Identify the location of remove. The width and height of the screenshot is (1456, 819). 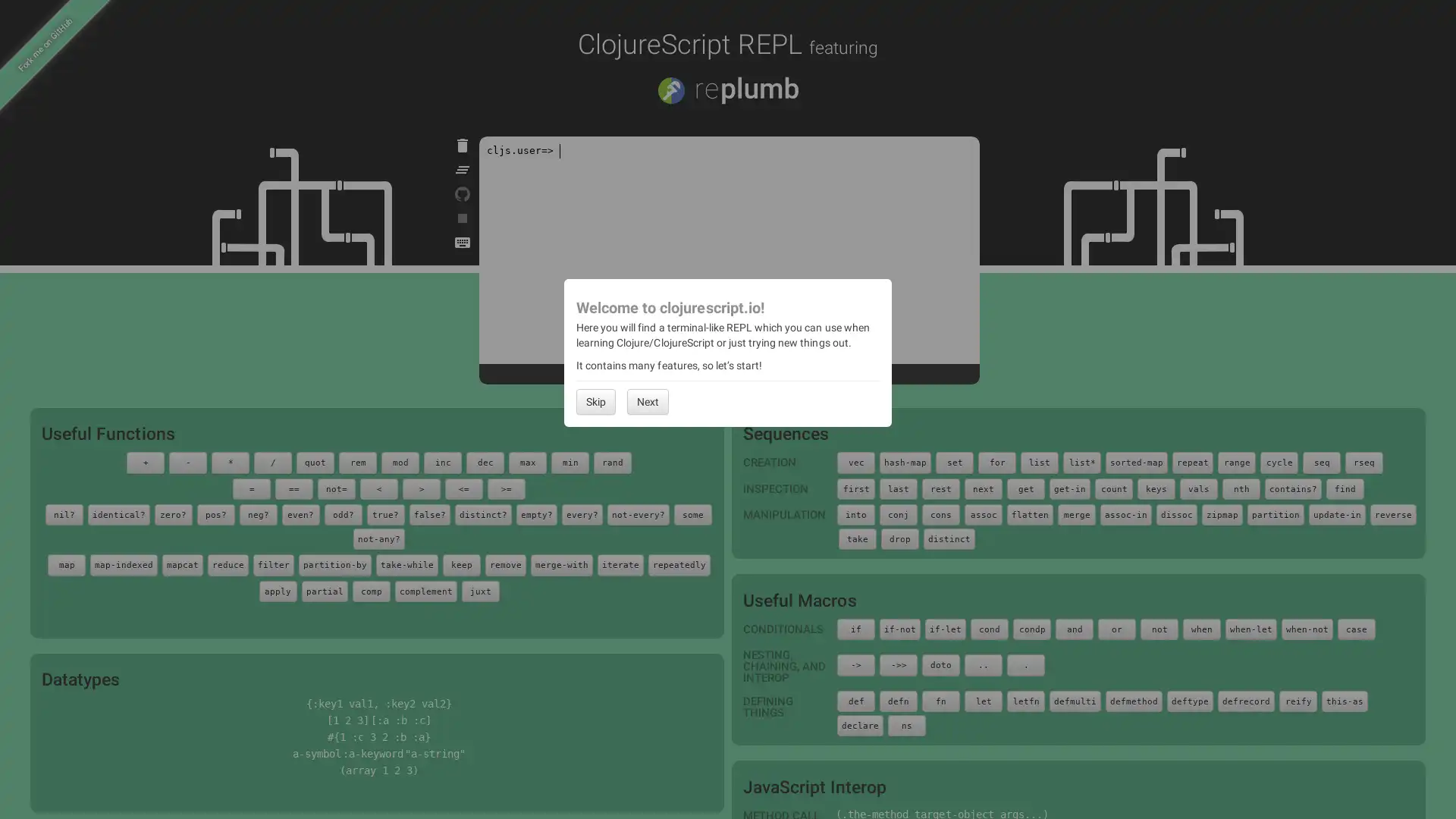
(506, 564).